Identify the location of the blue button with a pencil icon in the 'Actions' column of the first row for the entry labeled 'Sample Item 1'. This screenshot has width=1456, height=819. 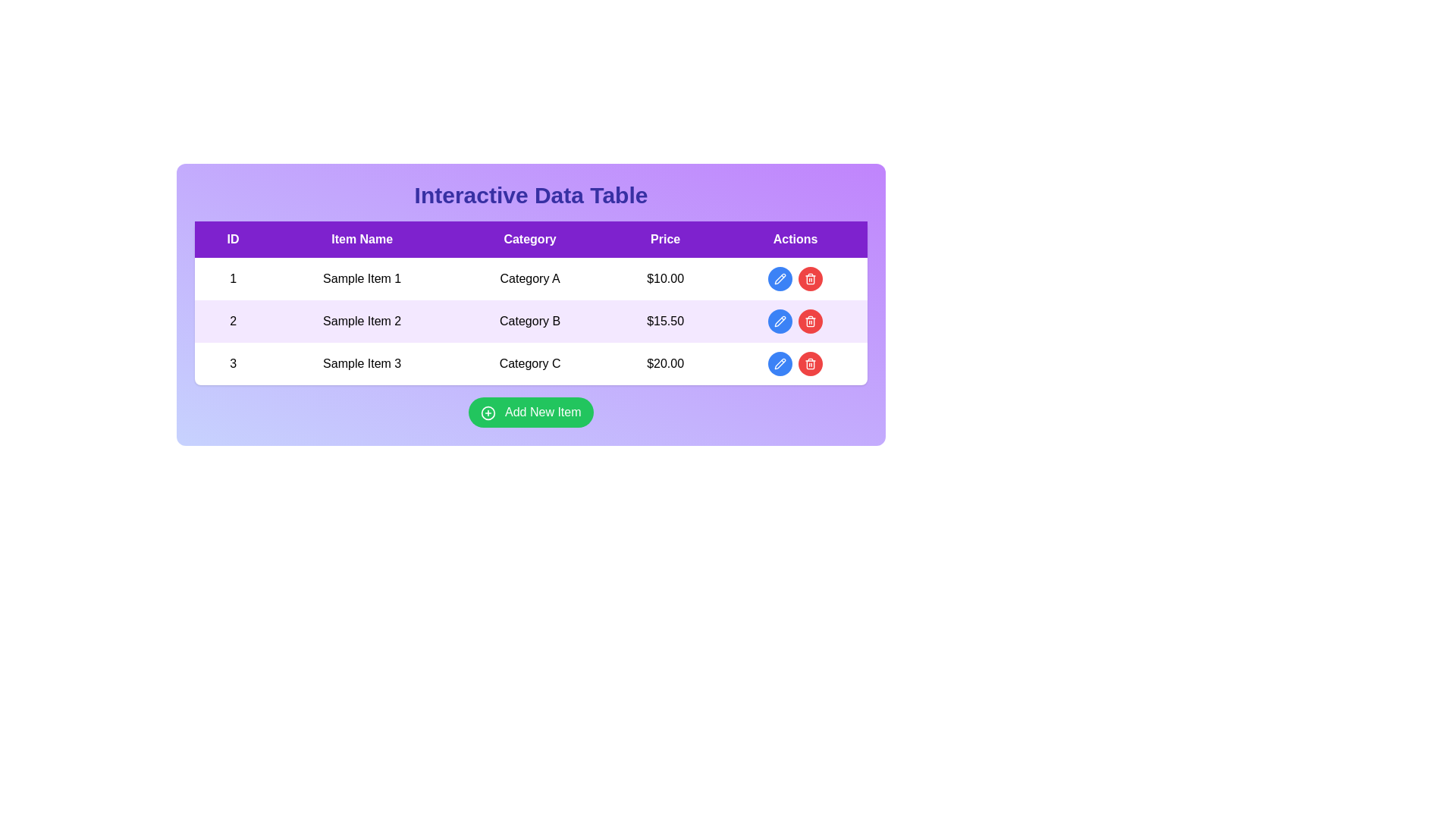
(795, 278).